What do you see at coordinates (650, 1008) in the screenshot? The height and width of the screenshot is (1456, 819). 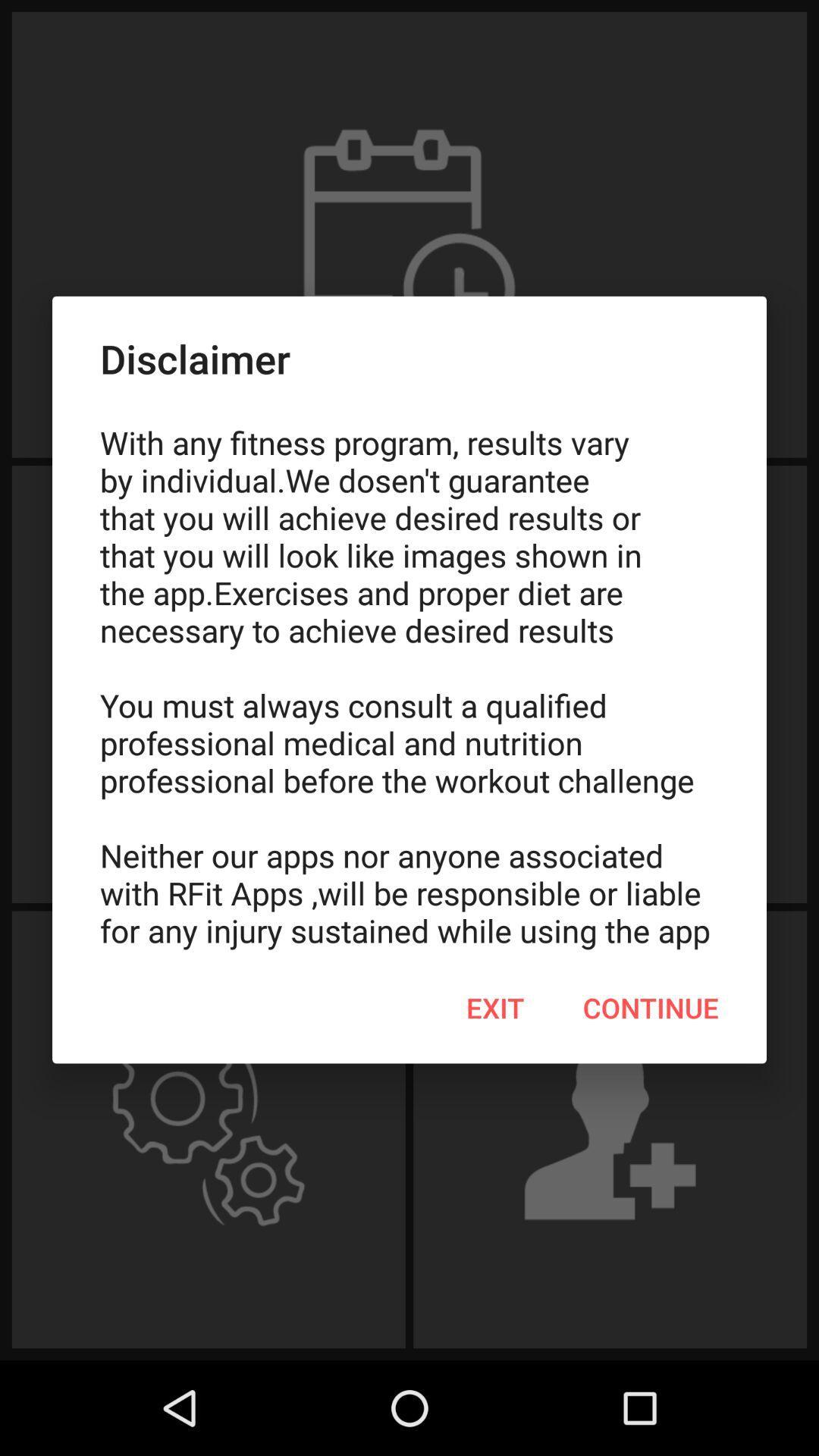 I see `continue` at bounding box center [650, 1008].